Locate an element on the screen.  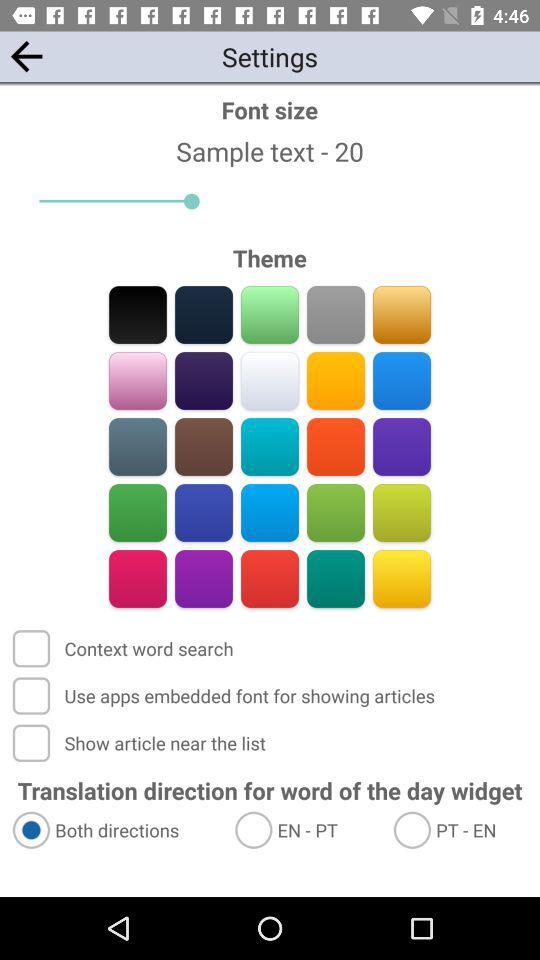
color select is located at coordinates (335, 314).